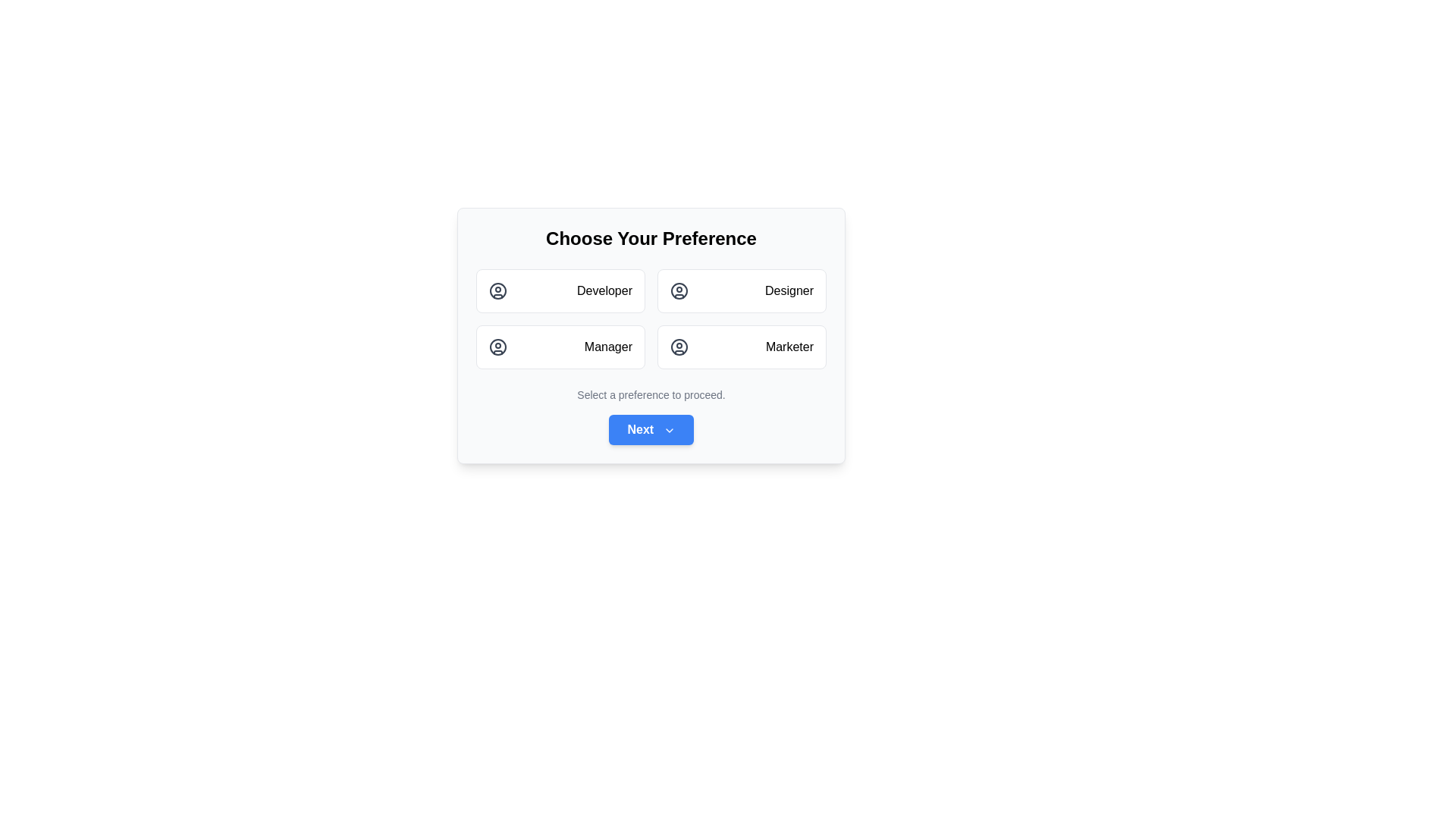 The height and width of the screenshot is (819, 1456). I want to click on the button used to proceed to the next step in the process, so click(651, 430).